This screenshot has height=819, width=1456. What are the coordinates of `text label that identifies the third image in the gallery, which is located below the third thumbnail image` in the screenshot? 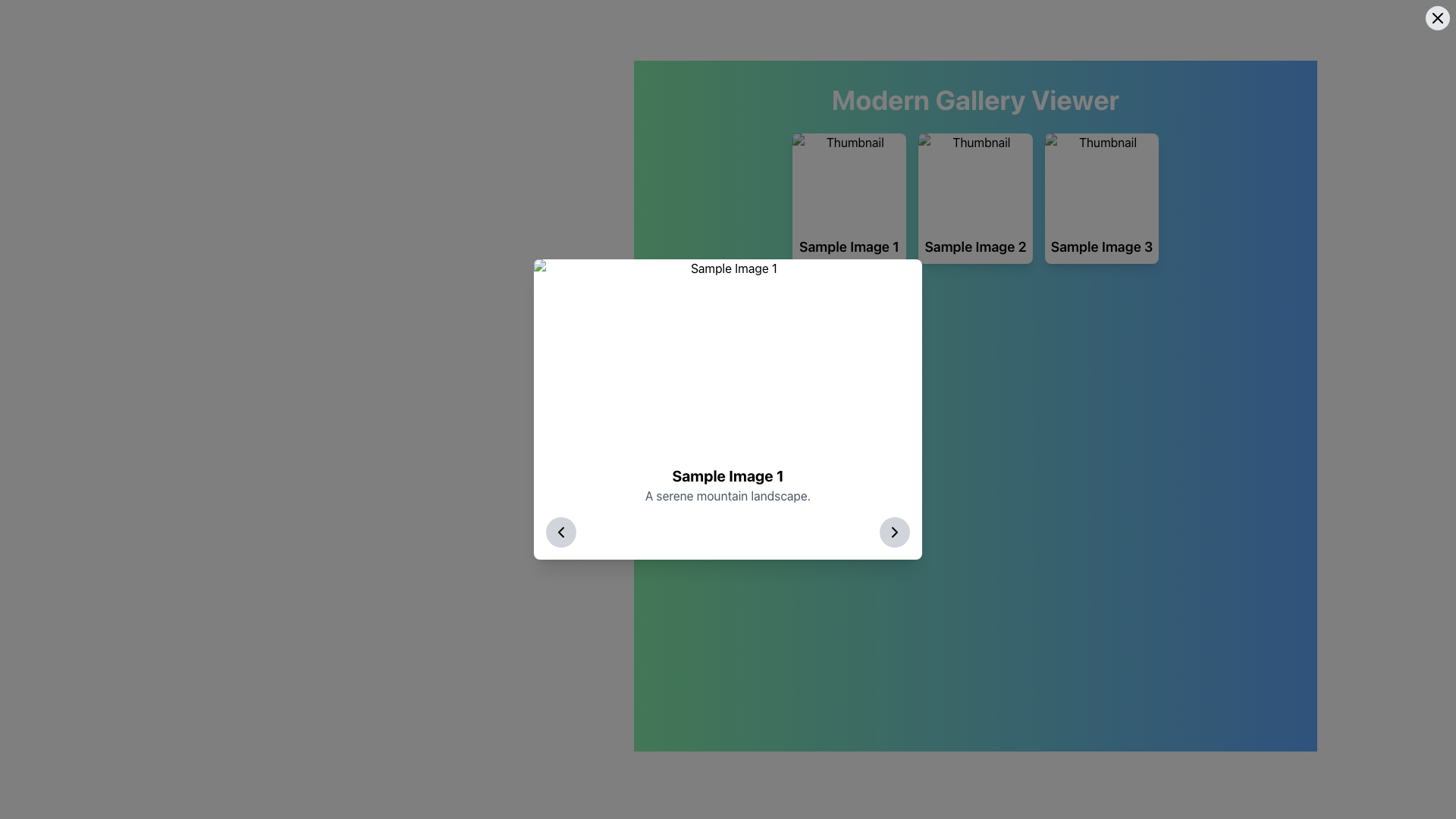 It's located at (1102, 246).